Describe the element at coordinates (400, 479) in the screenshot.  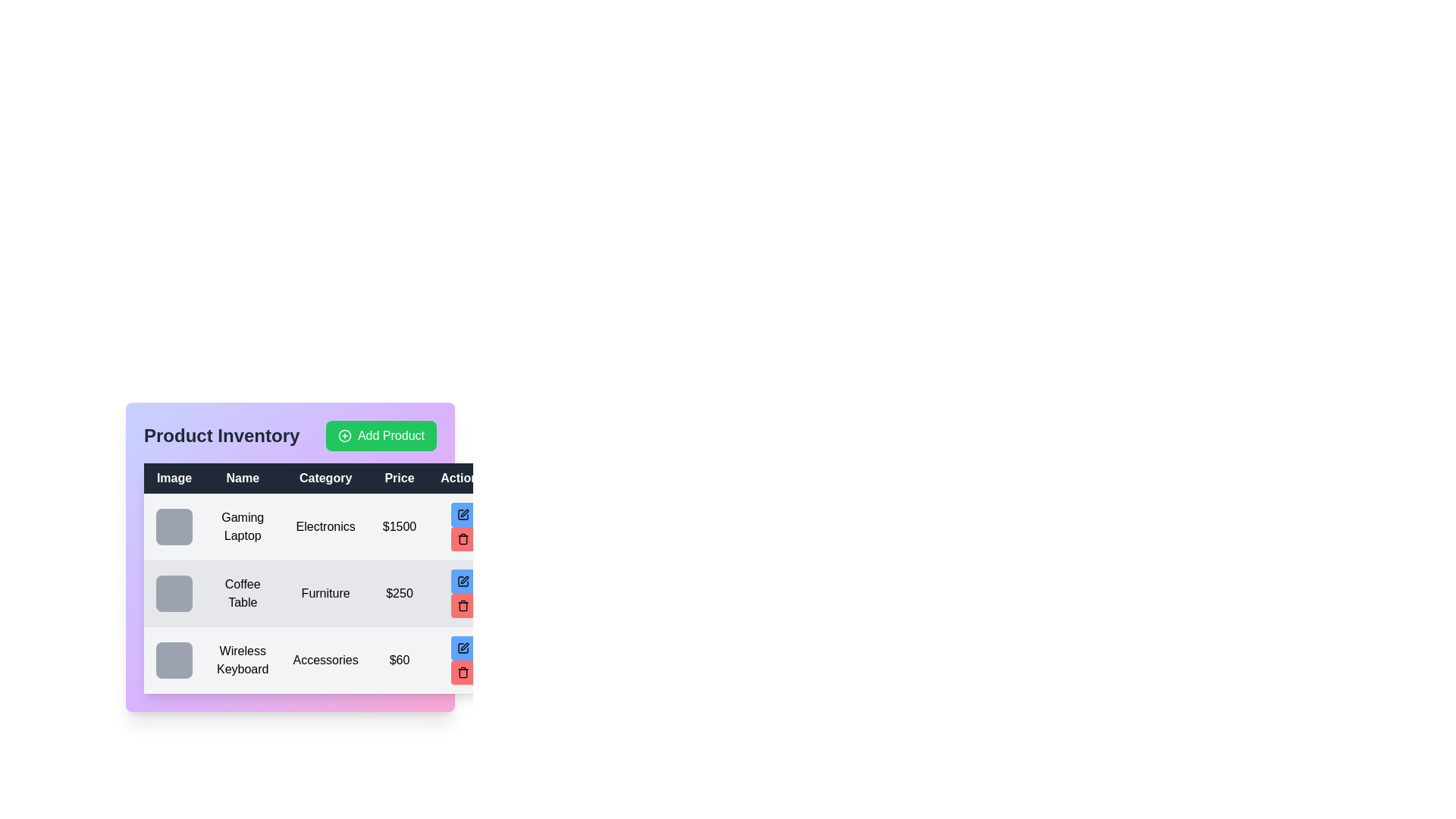
I see `the text label displaying 'Price' in the header row, which is styled with padding and has a dark background with white text` at that location.